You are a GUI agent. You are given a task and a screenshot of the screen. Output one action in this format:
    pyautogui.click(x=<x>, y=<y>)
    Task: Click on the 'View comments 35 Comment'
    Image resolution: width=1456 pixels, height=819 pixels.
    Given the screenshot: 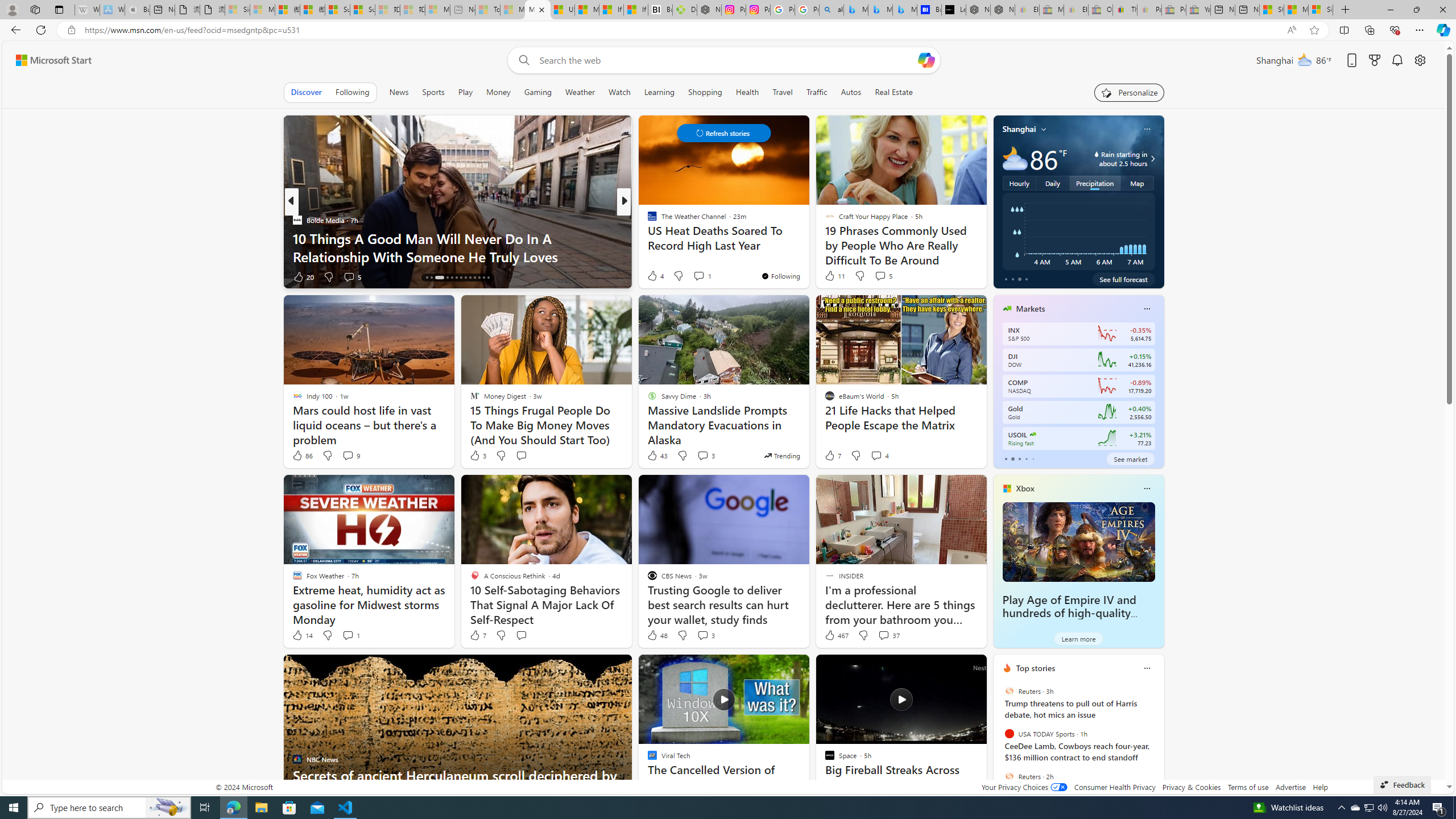 What is the action you would take?
    pyautogui.click(x=707, y=276)
    